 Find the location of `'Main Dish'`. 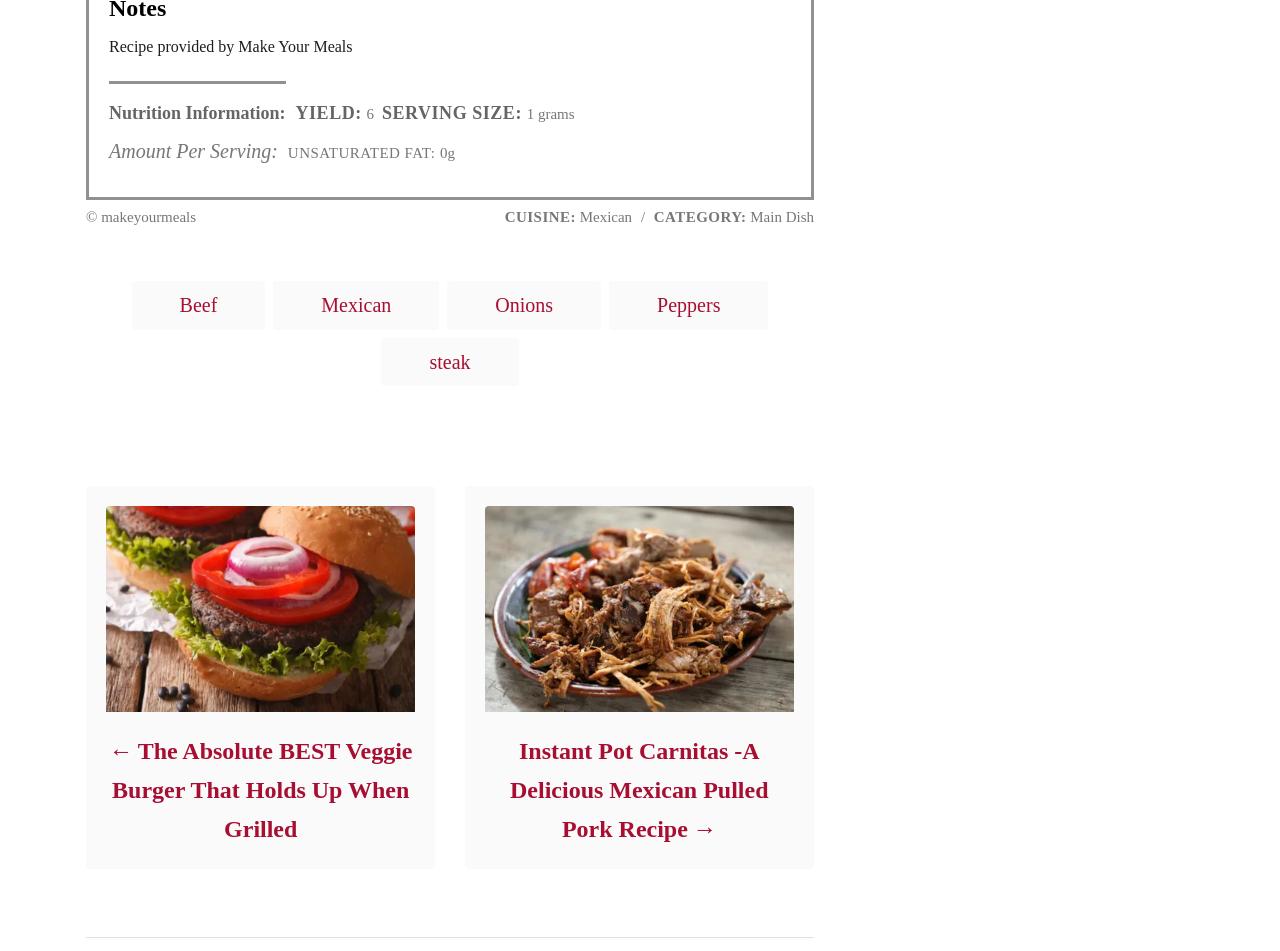

'Main Dish' is located at coordinates (779, 215).